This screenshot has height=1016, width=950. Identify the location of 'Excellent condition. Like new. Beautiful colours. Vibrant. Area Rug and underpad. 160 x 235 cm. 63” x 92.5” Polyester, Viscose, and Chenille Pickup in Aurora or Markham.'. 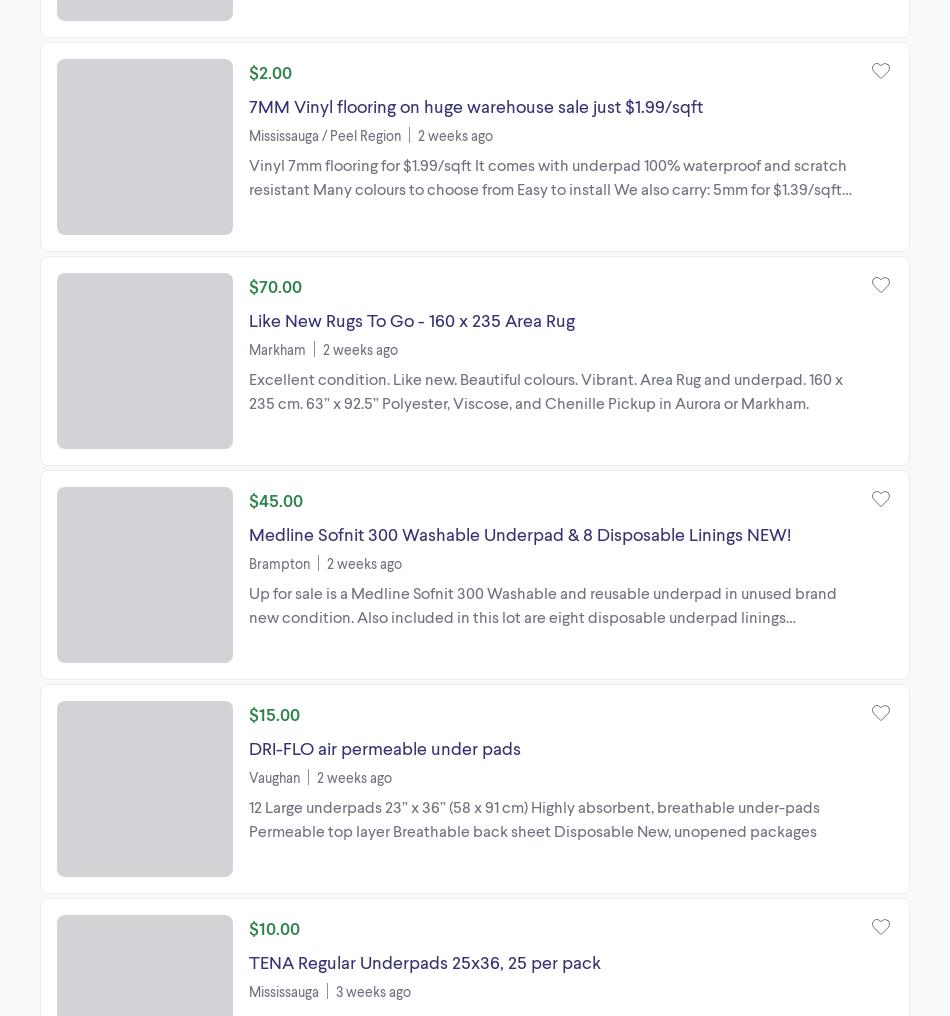
(545, 388).